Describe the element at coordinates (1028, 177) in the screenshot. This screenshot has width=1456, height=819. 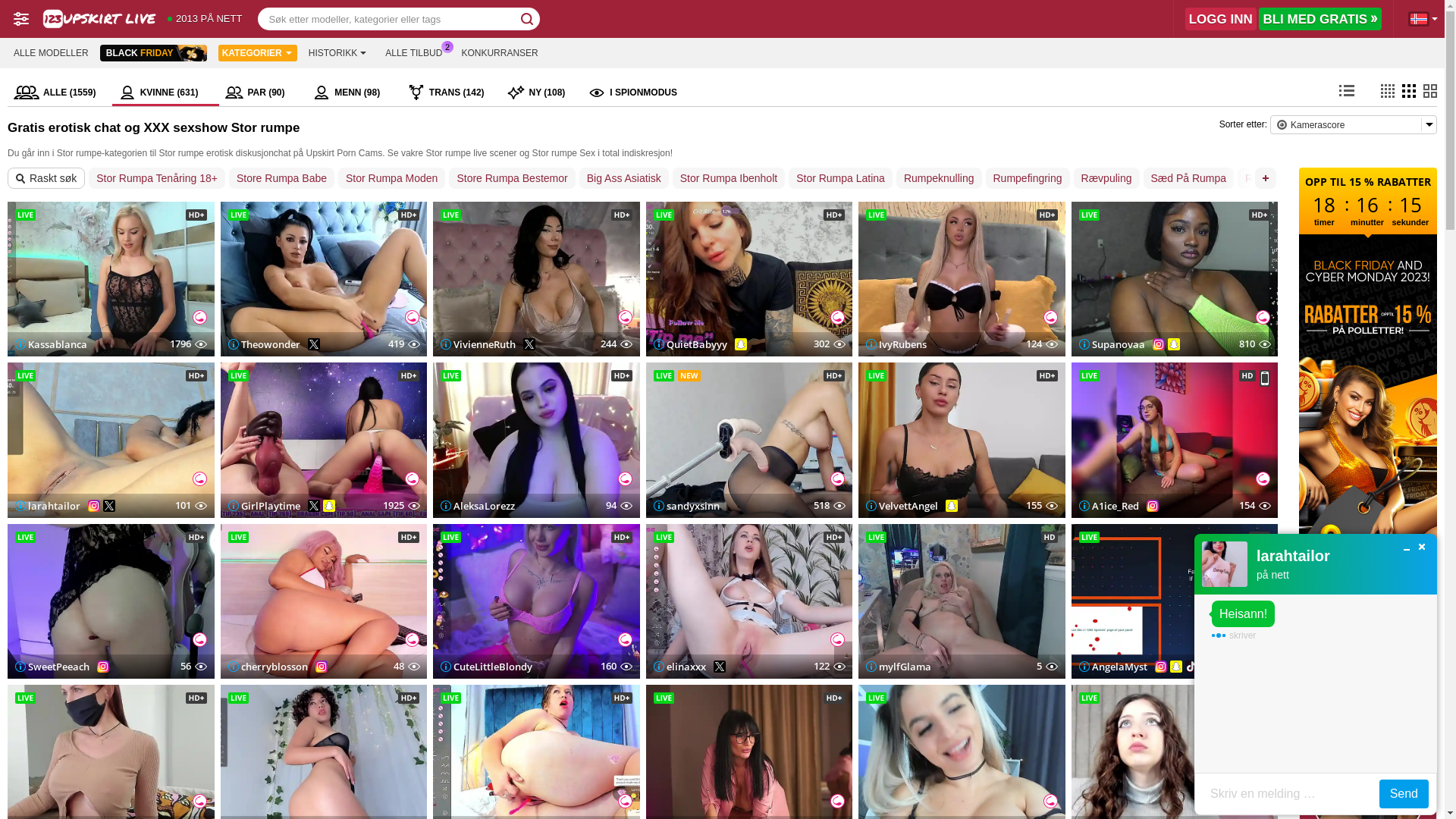
I see `'Rumpefingring'` at that location.